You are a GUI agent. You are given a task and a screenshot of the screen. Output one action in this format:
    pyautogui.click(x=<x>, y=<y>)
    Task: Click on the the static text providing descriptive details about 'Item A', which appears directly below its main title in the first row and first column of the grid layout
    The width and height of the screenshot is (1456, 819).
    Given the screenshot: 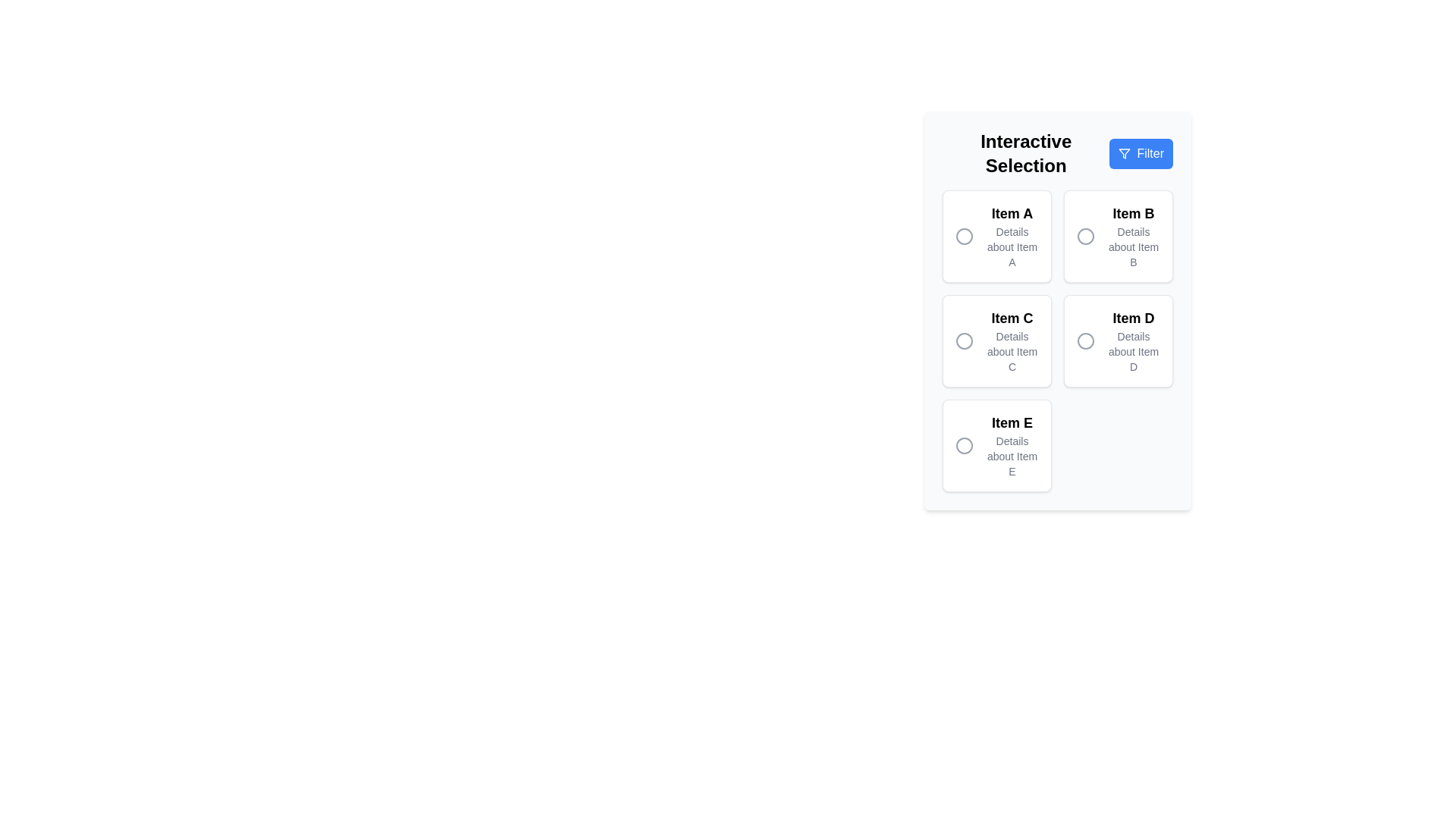 What is the action you would take?
    pyautogui.click(x=1012, y=246)
    